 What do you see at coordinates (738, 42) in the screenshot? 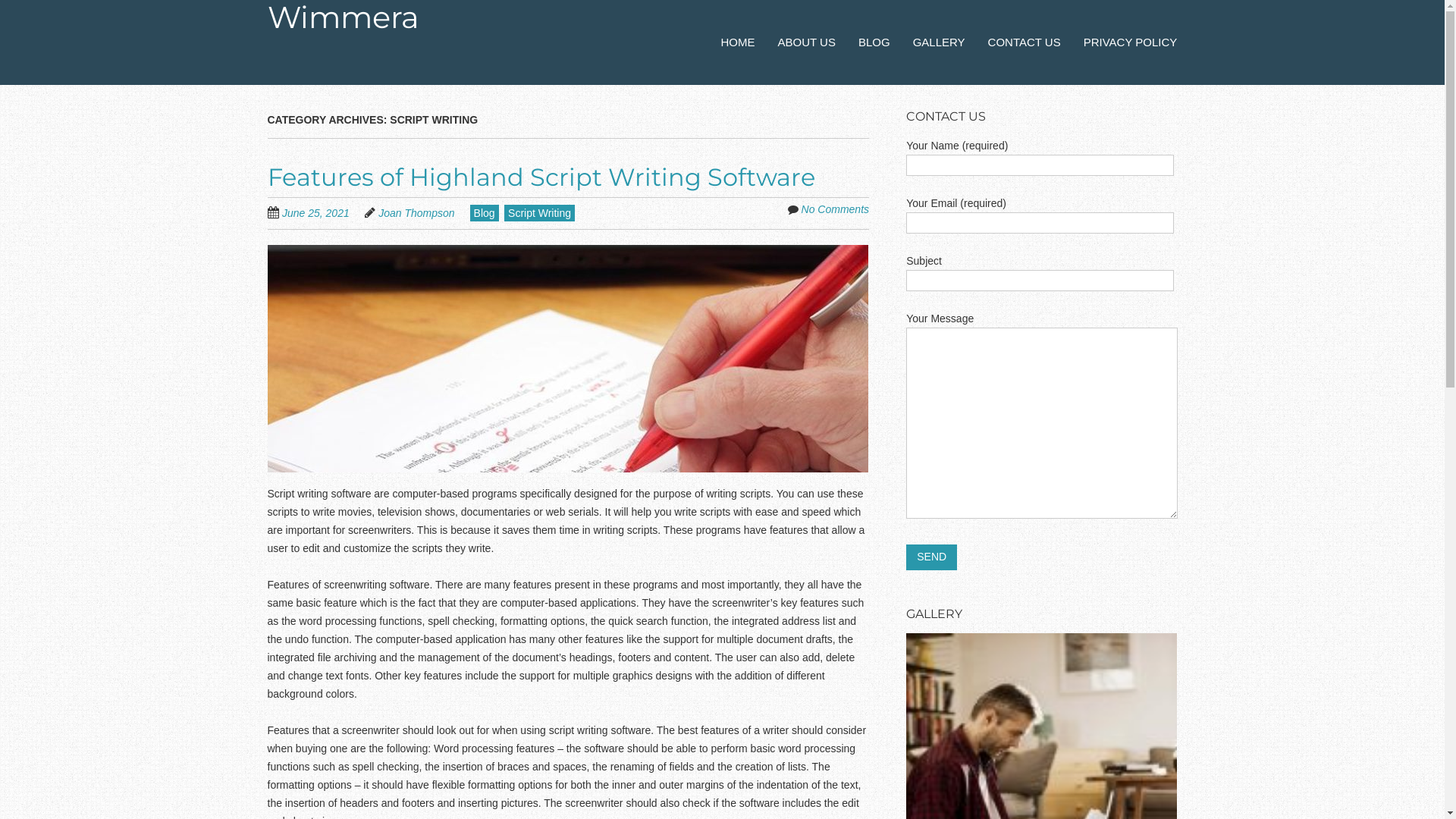
I see `'HOME'` at bounding box center [738, 42].